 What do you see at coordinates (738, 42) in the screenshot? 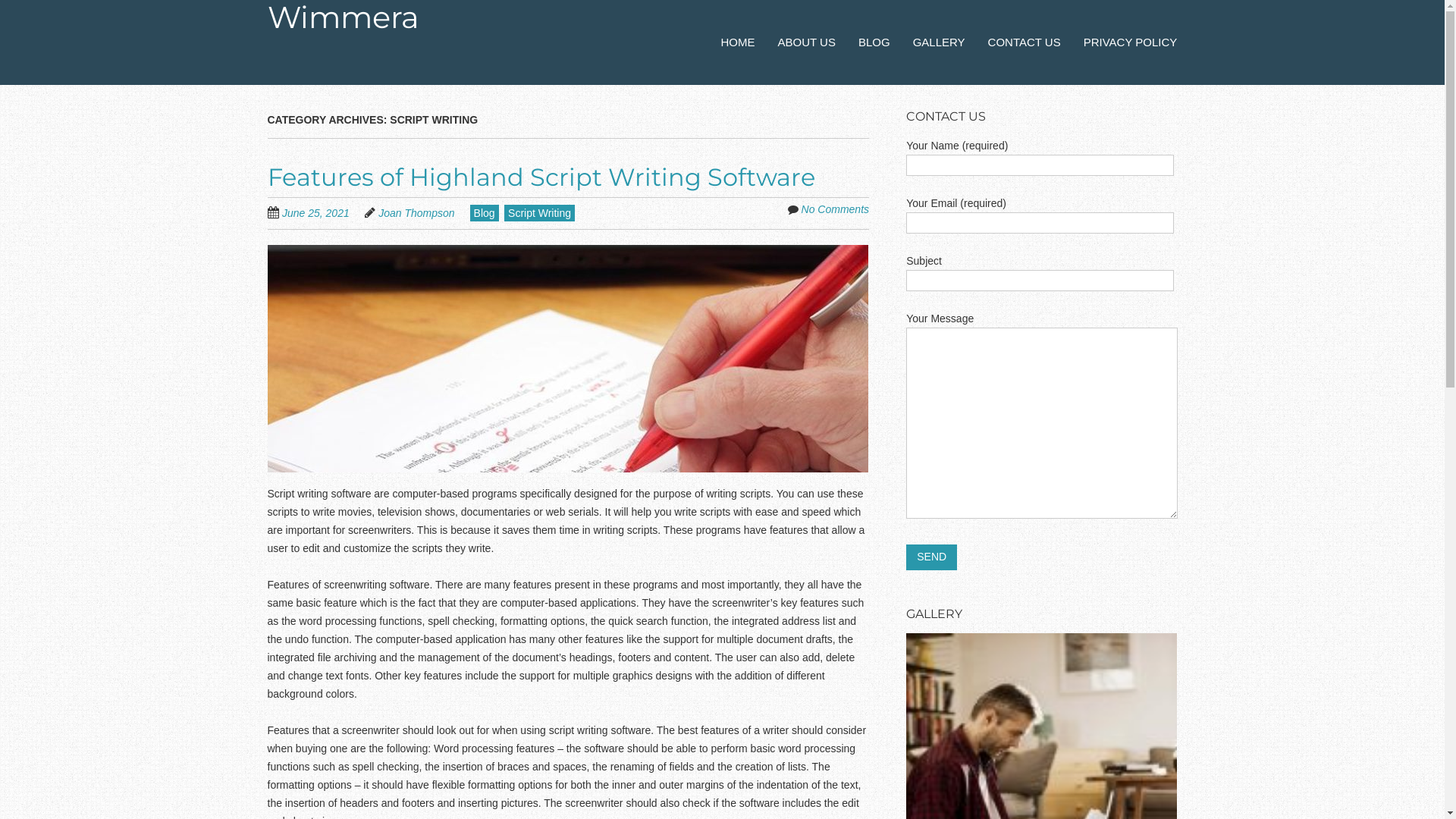
I see `'HOME'` at bounding box center [738, 42].